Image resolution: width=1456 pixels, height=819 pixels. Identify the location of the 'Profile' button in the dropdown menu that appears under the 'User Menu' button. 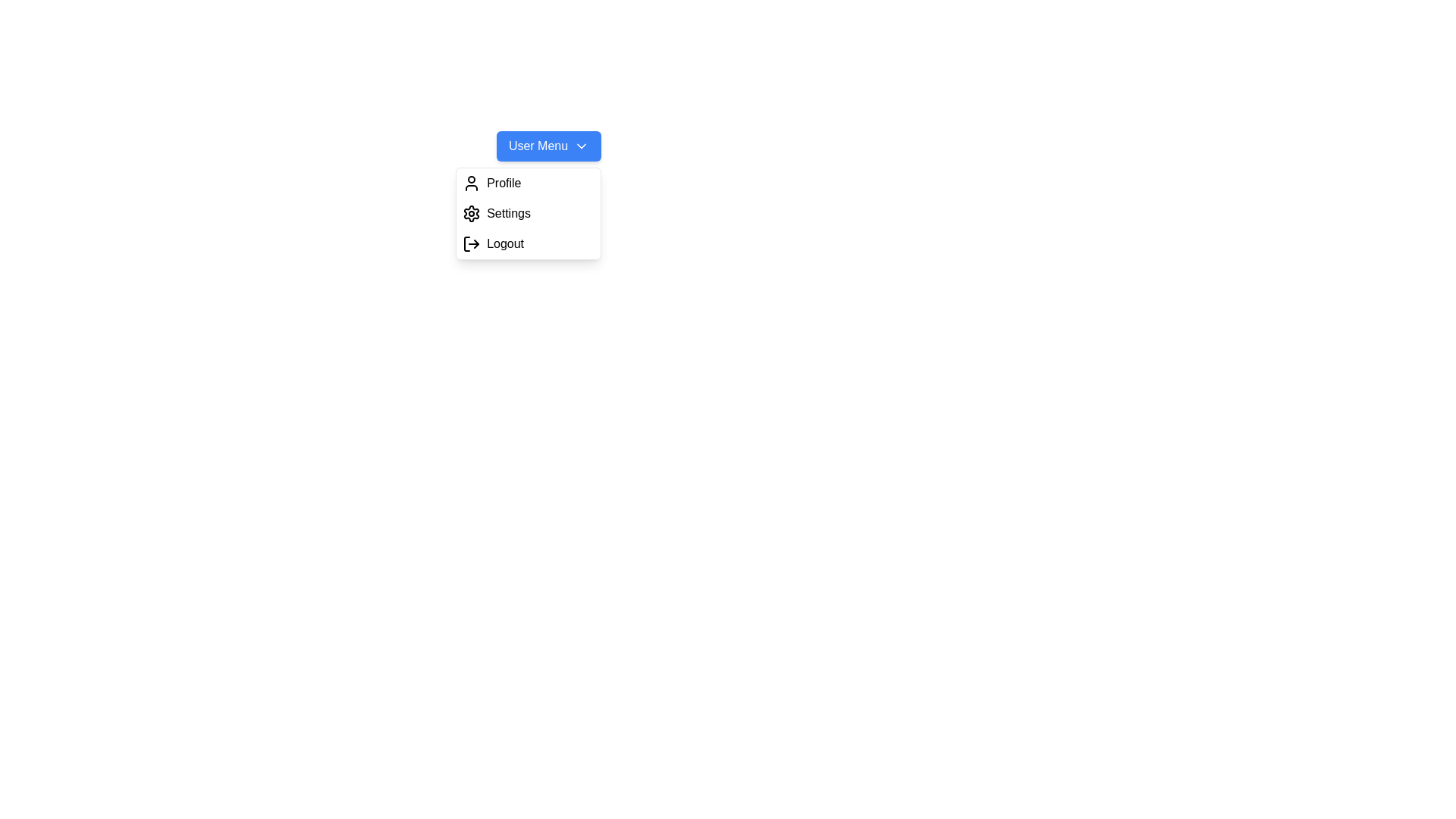
(529, 183).